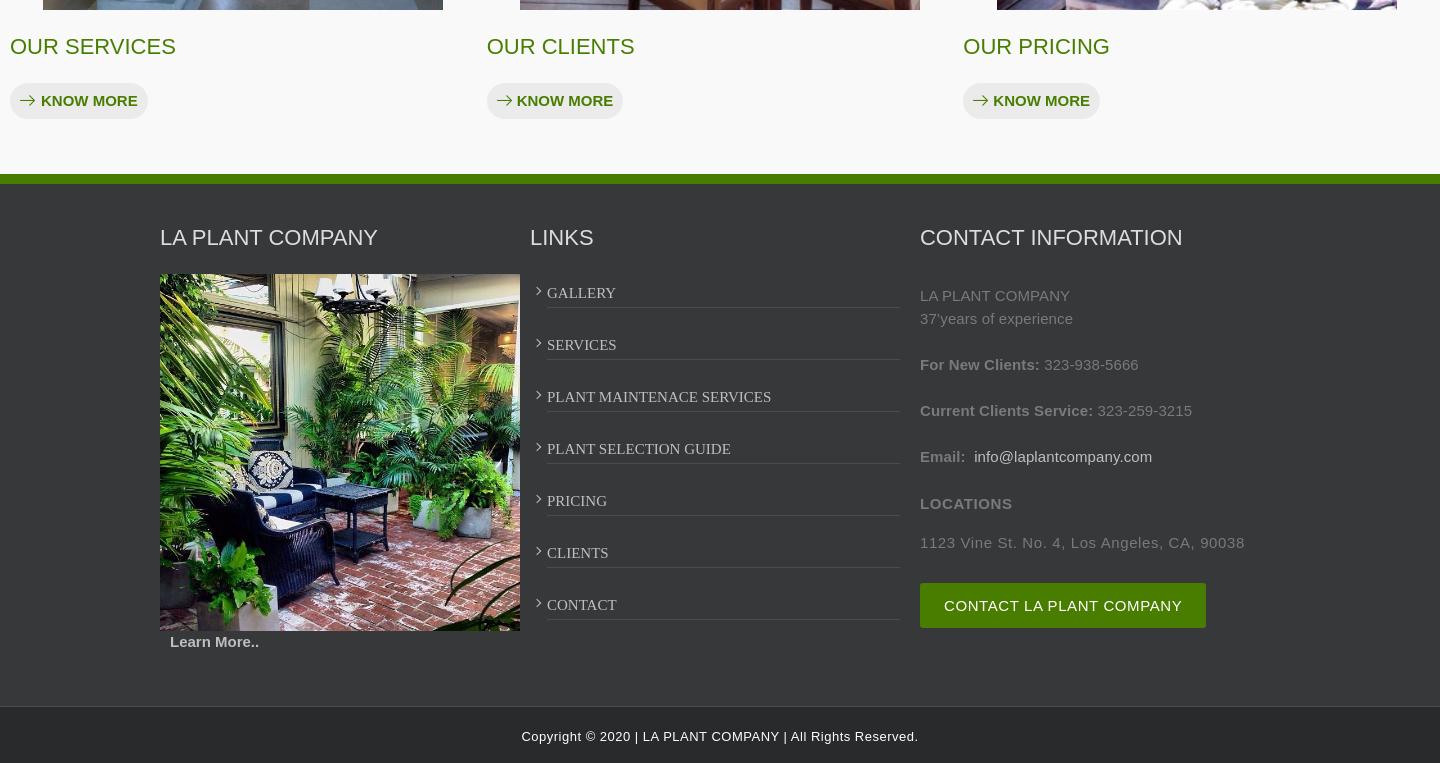 Image resolution: width=1440 pixels, height=763 pixels. I want to click on 'For New Clients:', so click(919, 362).